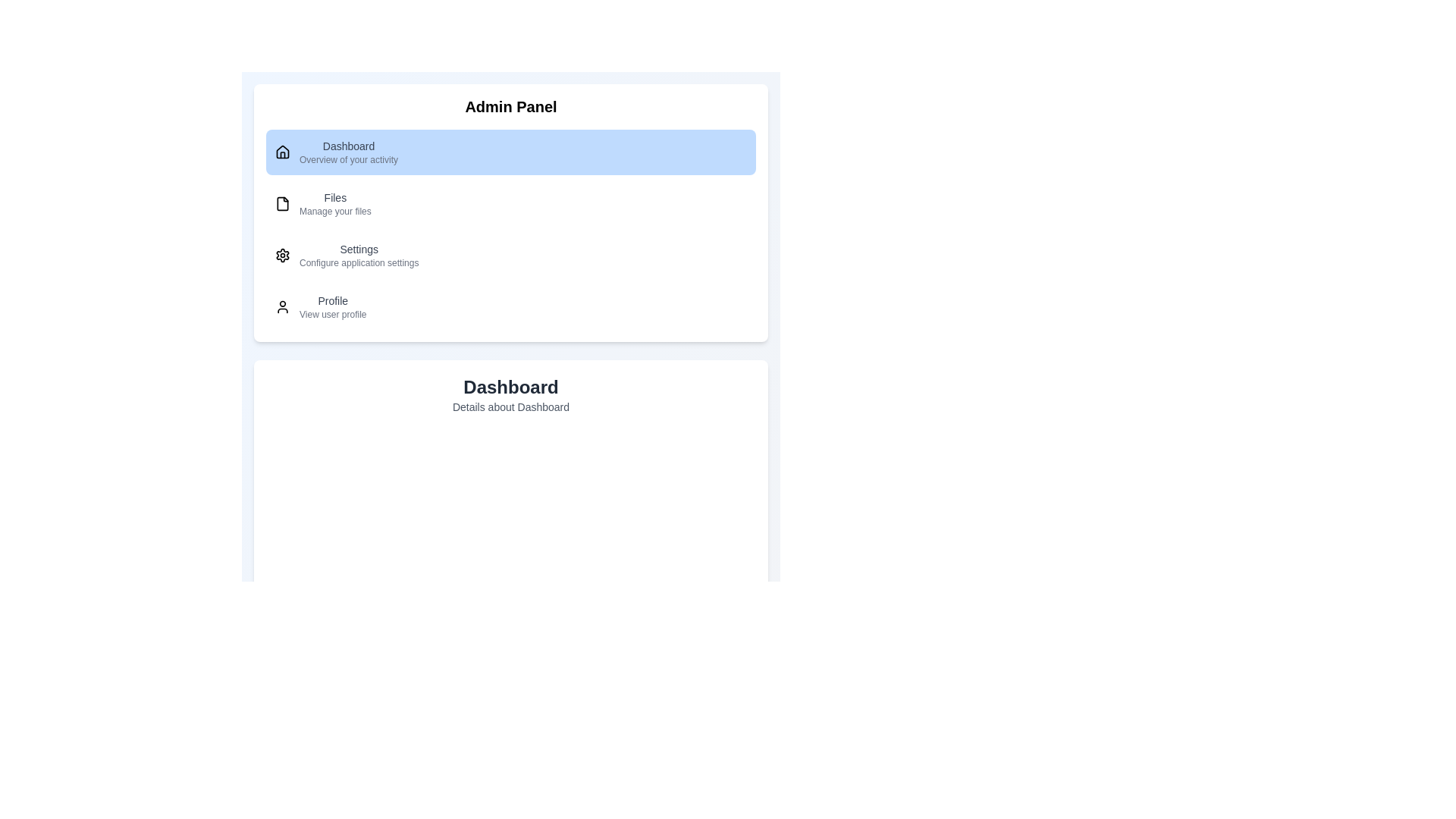 The image size is (1456, 819). What do you see at coordinates (358, 254) in the screenshot?
I see `the description of the menu item Settings` at bounding box center [358, 254].